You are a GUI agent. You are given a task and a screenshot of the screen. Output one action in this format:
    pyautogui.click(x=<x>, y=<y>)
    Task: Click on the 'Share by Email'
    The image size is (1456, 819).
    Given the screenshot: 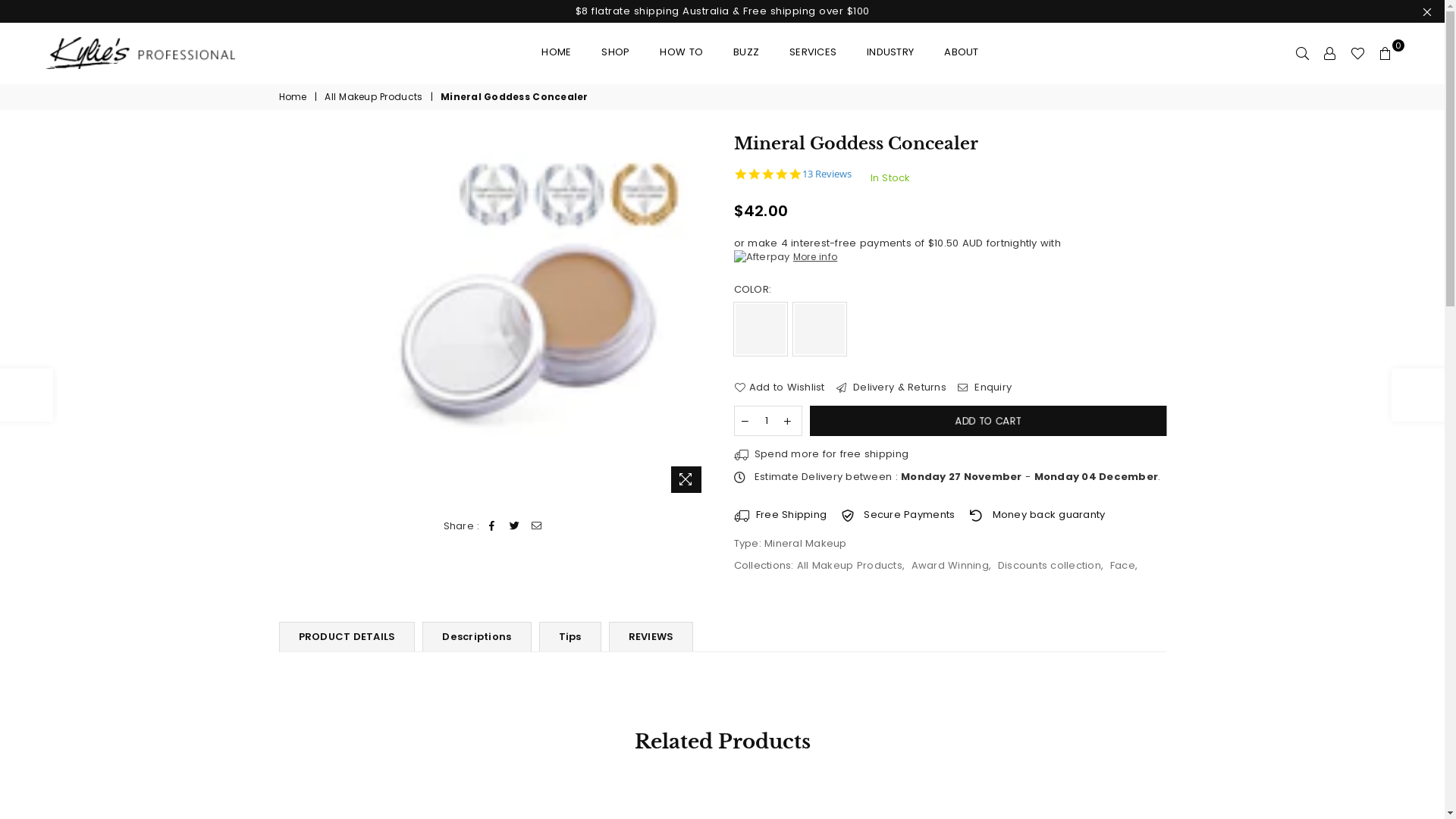 What is the action you would take?
    pyautogui.click(x=536, y=526)
    